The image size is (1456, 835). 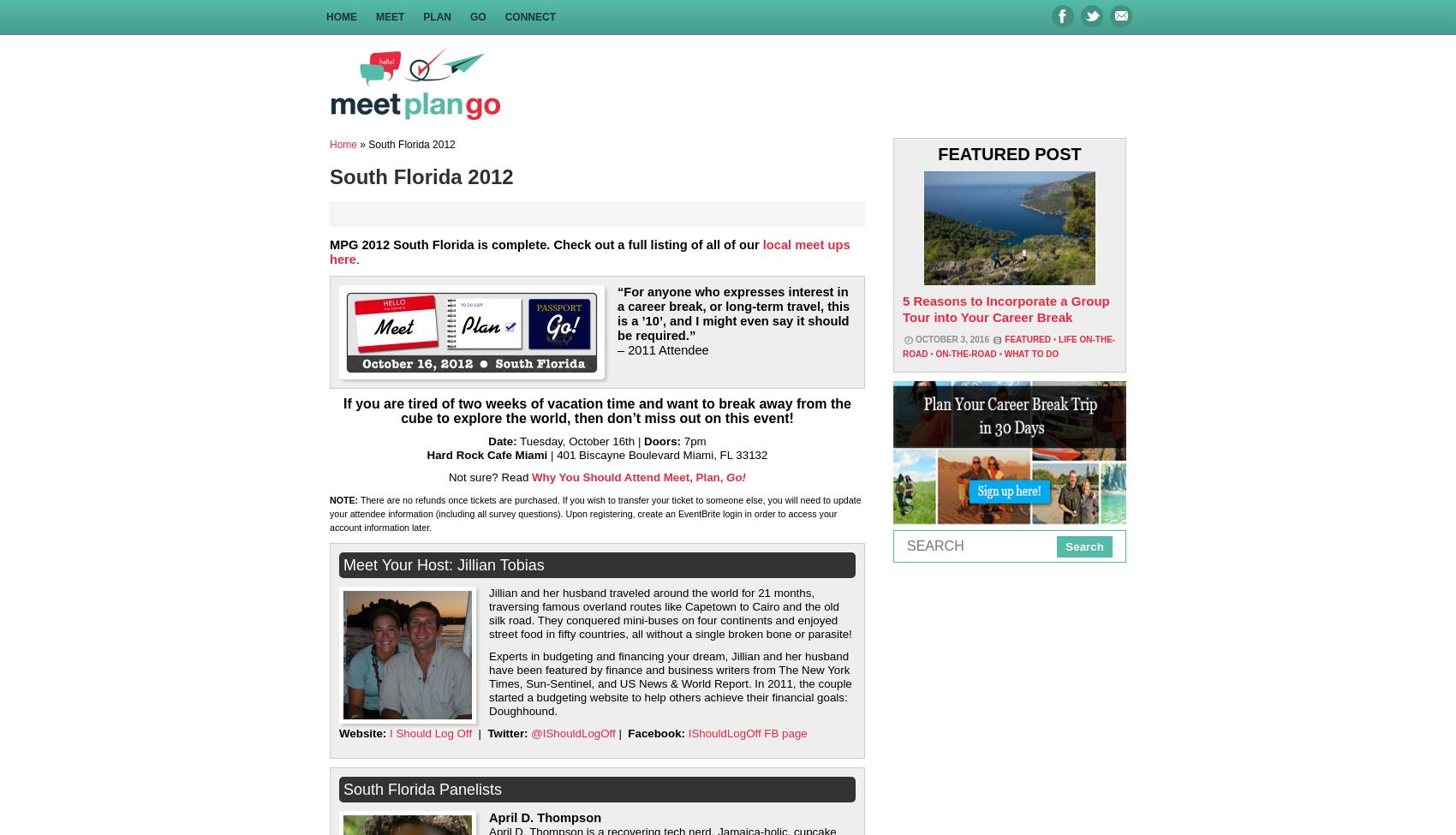 I want to click on 'Experts in budgeting and financing your dream, Jillian and her husband have been featured by finance and business writers from The New York Times, Sun-Sentinel, and US News & World Report. In 2011, the couple started a budgeting website to help others achieve their financial goals: Doughhound.', so click(x=669, y=683).